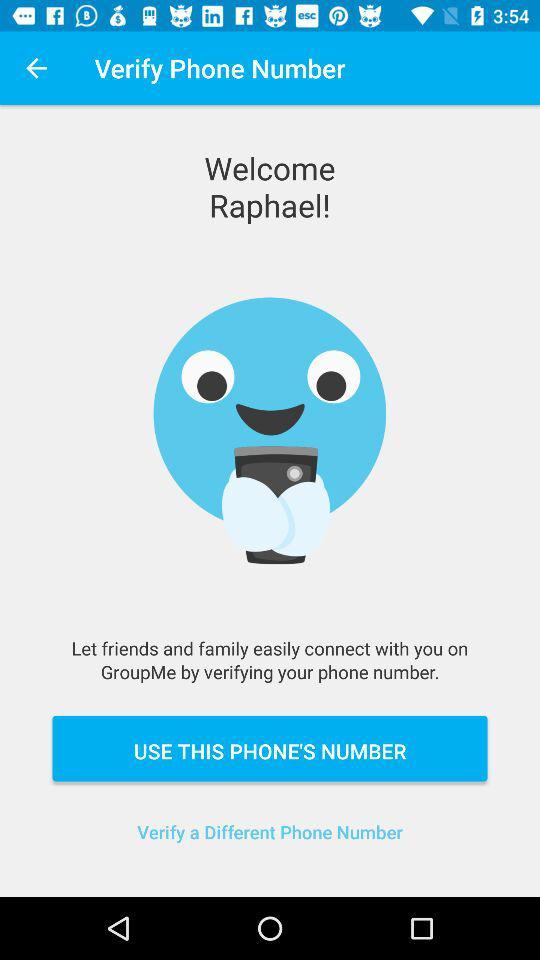 The height and width of the screenshot is (960, 540). Describe the element at coordinates (270, 747) in the screenshot. I see `use this phone` at that location.